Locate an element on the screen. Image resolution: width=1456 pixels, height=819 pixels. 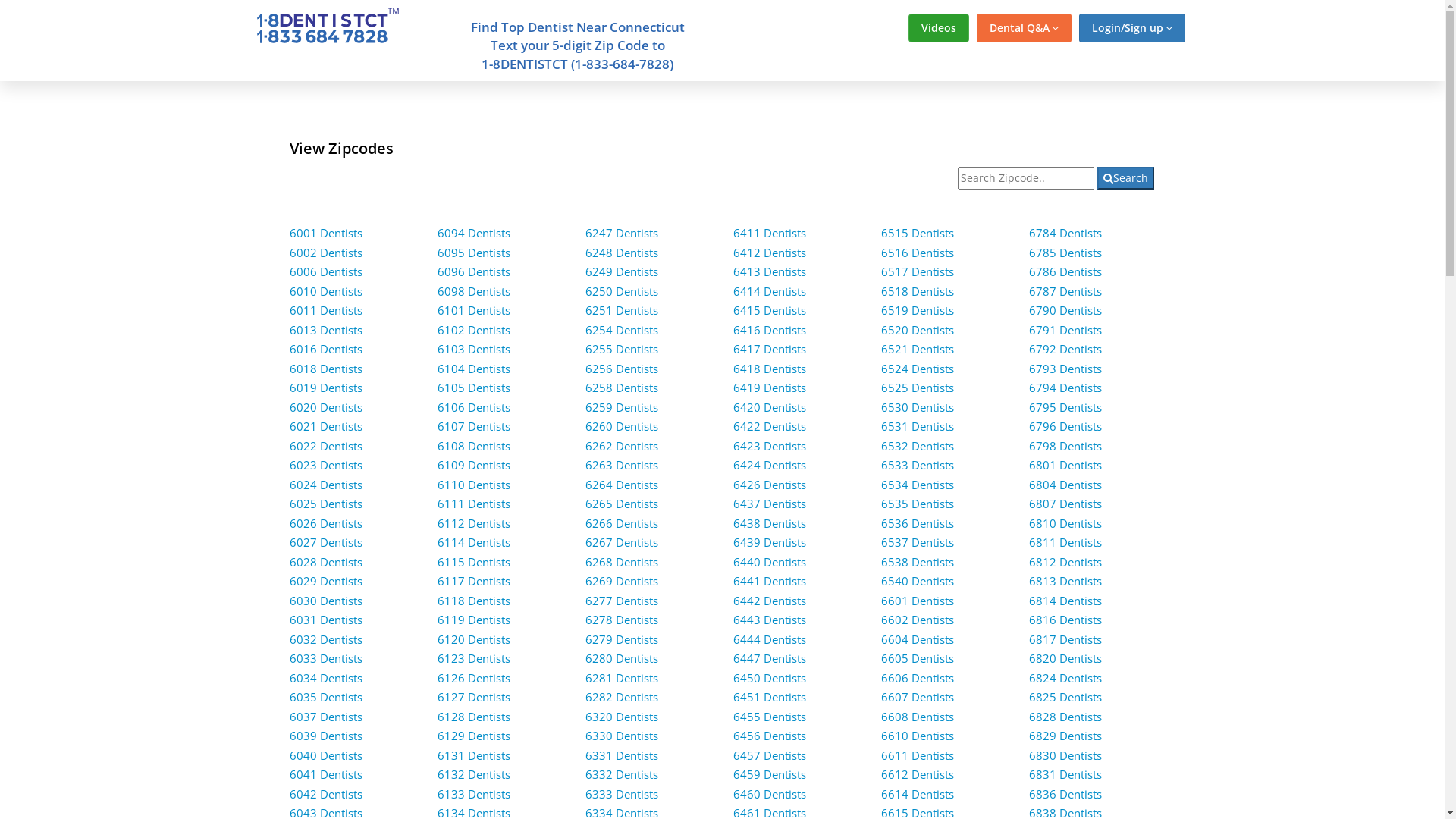
'6614 Dentists' is located at coordinates (916, 792).